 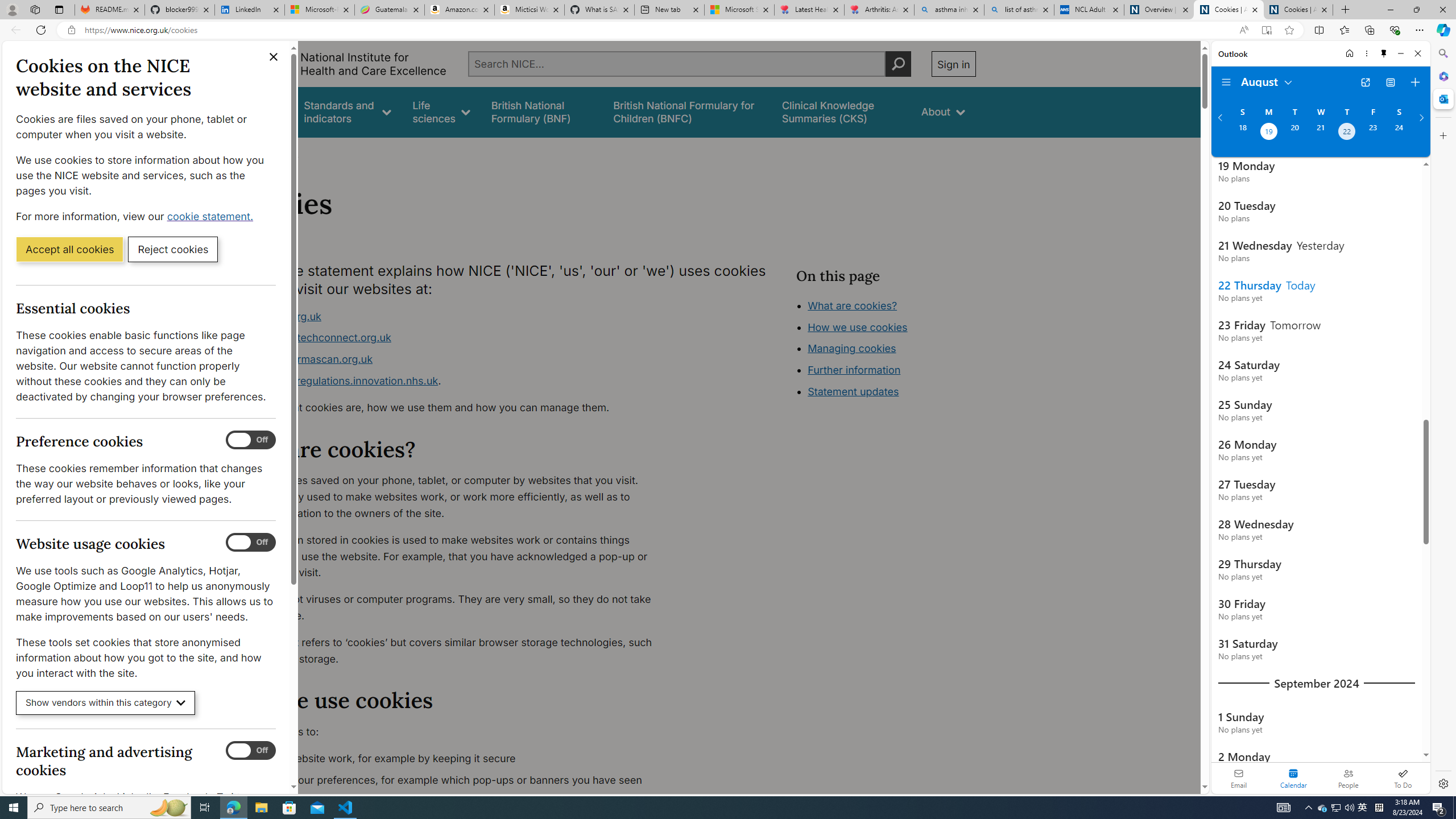 What do you see at coordinates (1268, 133) in the screenshot?
I see `'Monday, August 19, 2024. Date selected. '` at bounding box center [1268, 133].